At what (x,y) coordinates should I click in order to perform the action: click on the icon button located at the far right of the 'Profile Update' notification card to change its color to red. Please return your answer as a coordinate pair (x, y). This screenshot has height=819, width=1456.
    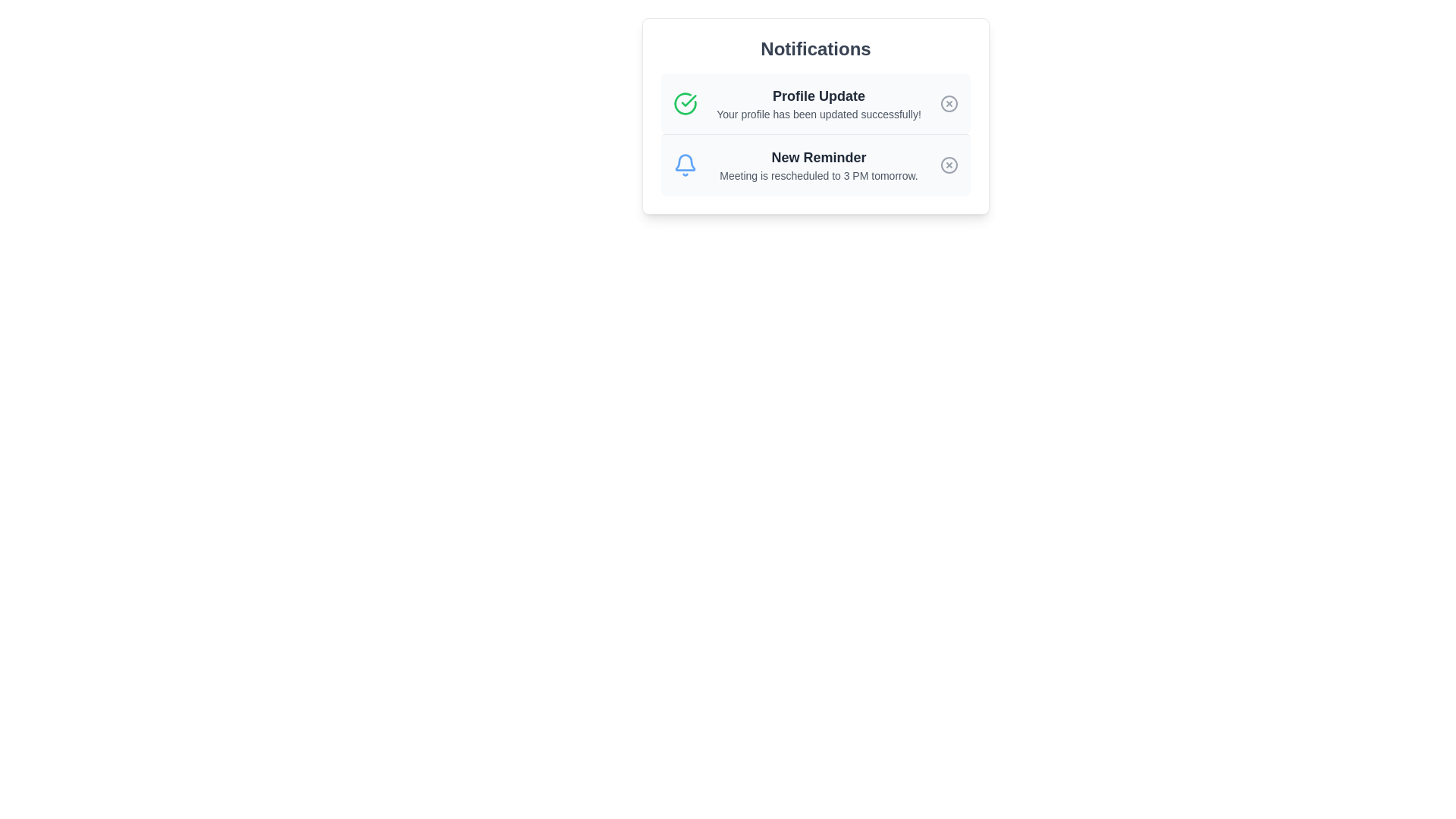
    Looking at the image, I should click on (949, 103).